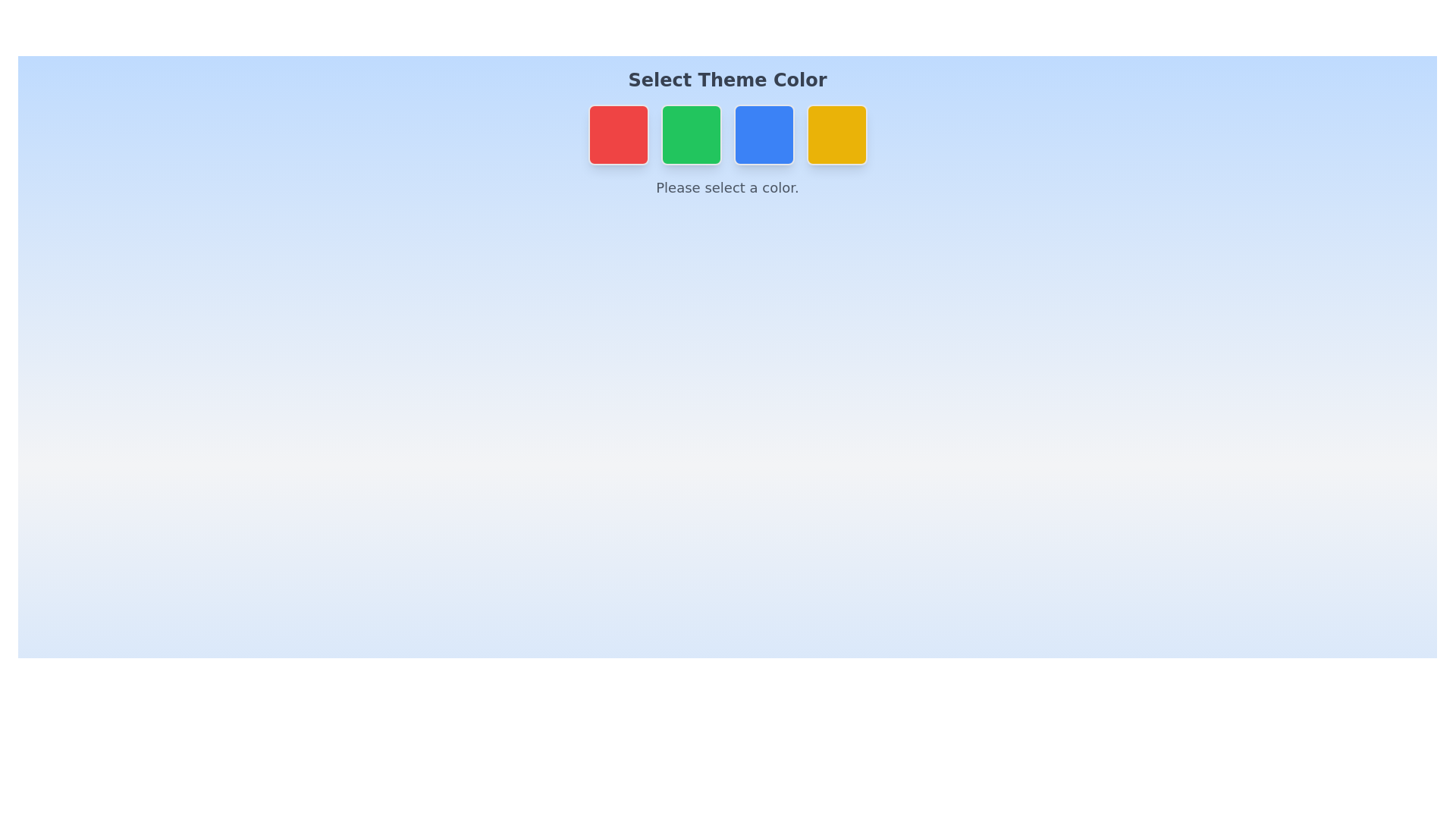  What do you see at coordinates (836, 133) in the screenshot?
I see `the color button corresponding to Yellow` at bounding box center [836, 133].